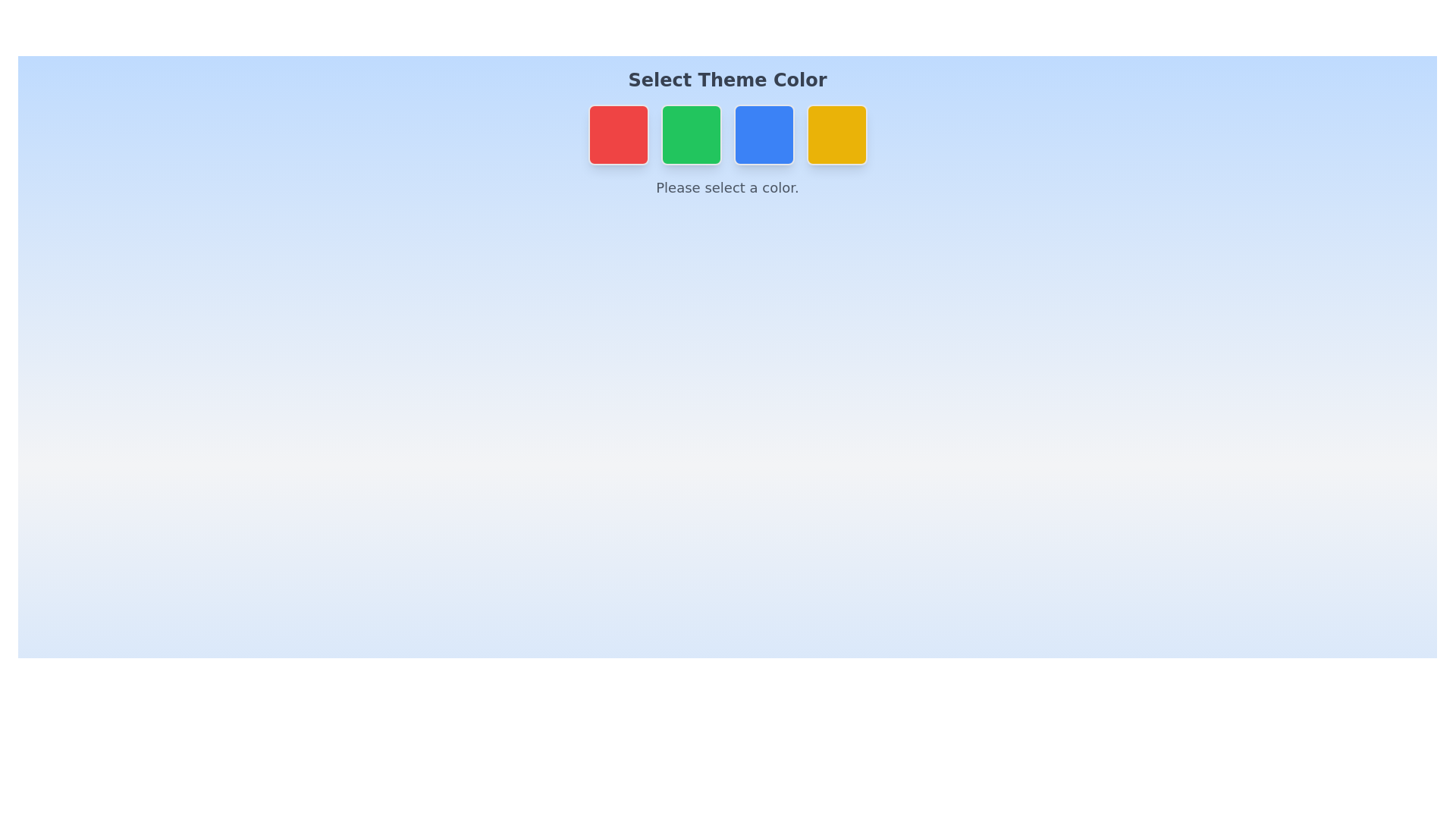  What do you see at coordinates (836, 133) in the screenshot?
I see `the color button corresponding to Yellow` at bounding box center [836, 133].